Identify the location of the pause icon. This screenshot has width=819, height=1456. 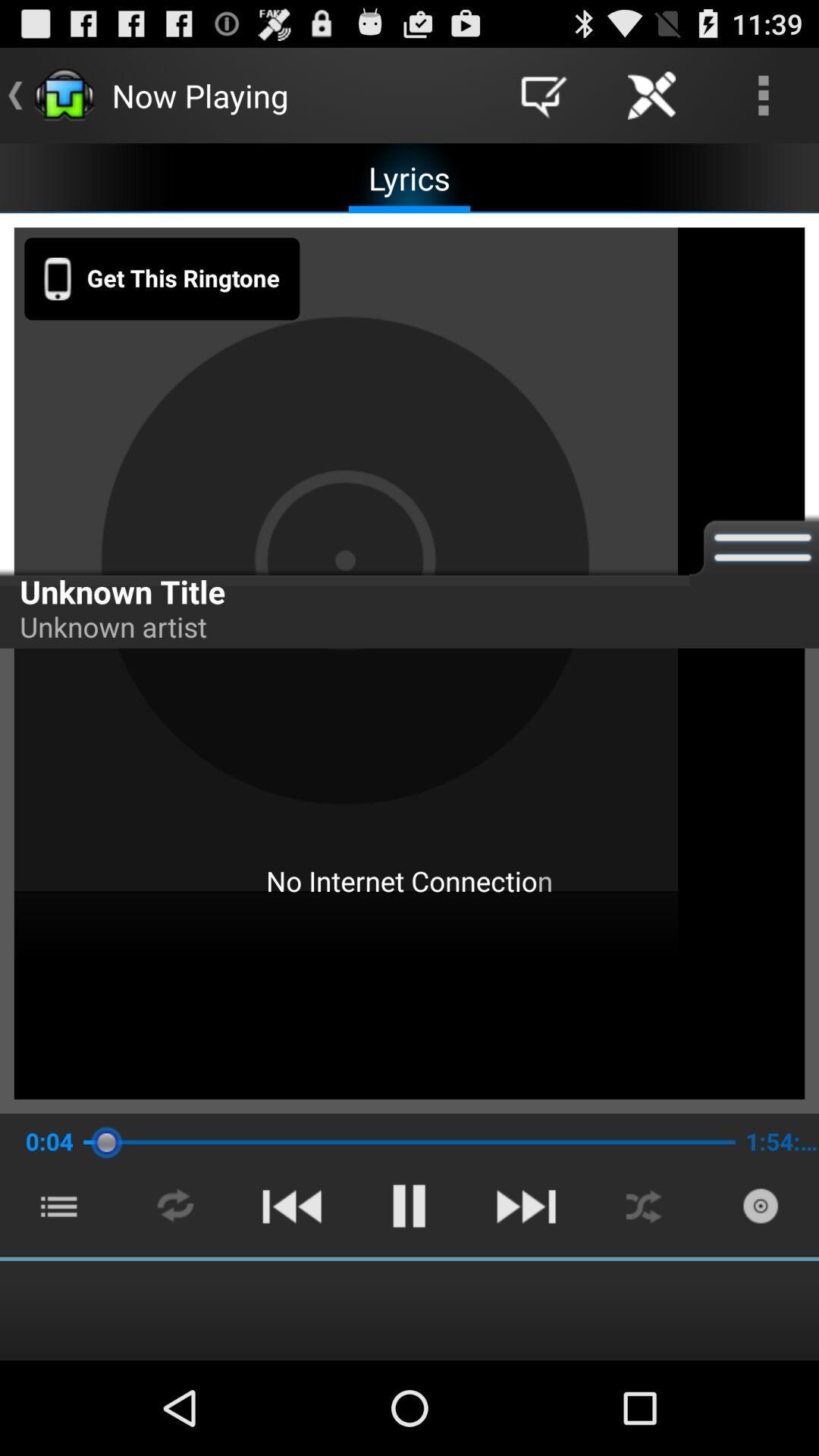
(408, 1290).